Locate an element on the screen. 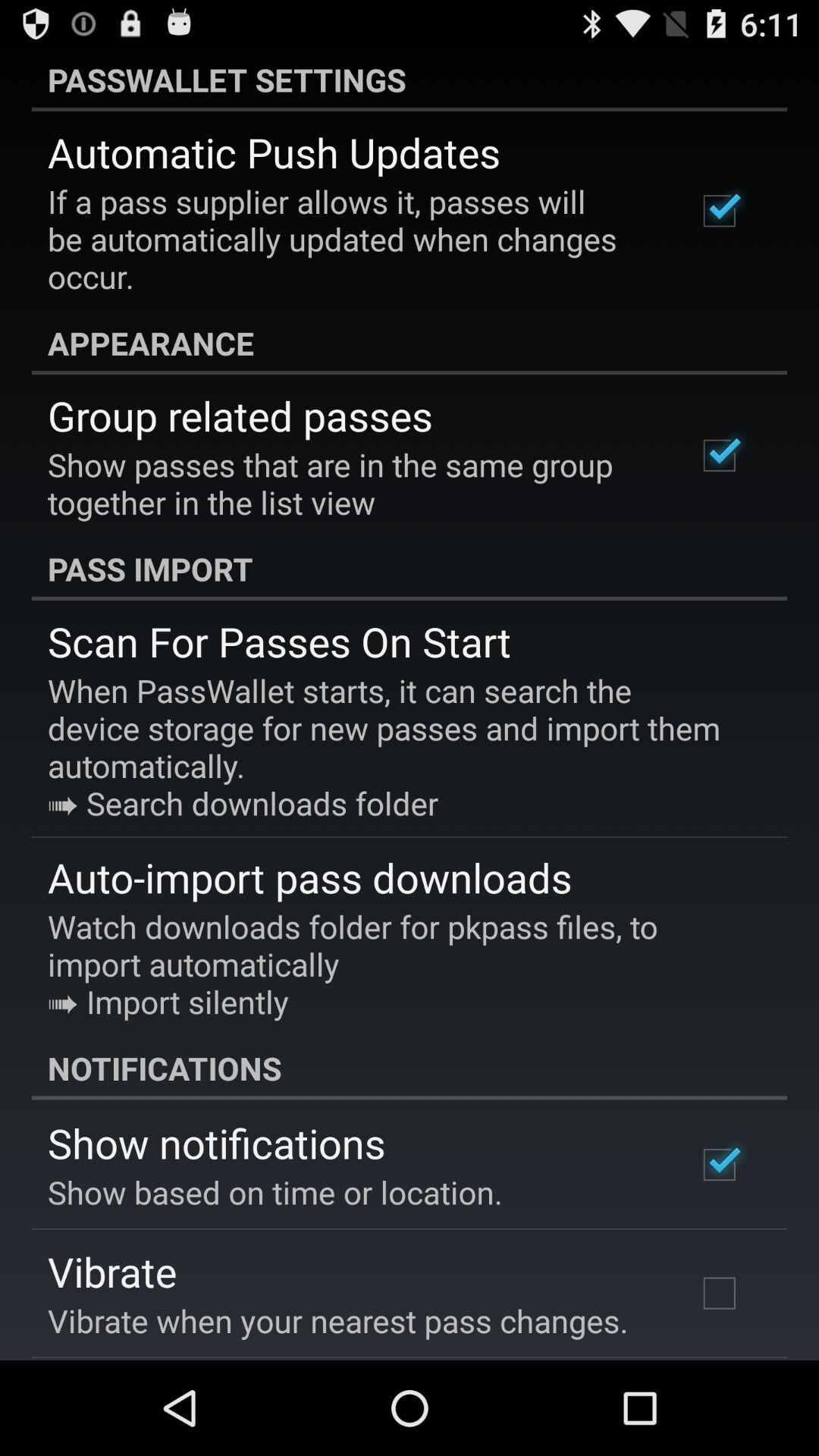  app above the if a pass icon is located at coordinates (274, 152).